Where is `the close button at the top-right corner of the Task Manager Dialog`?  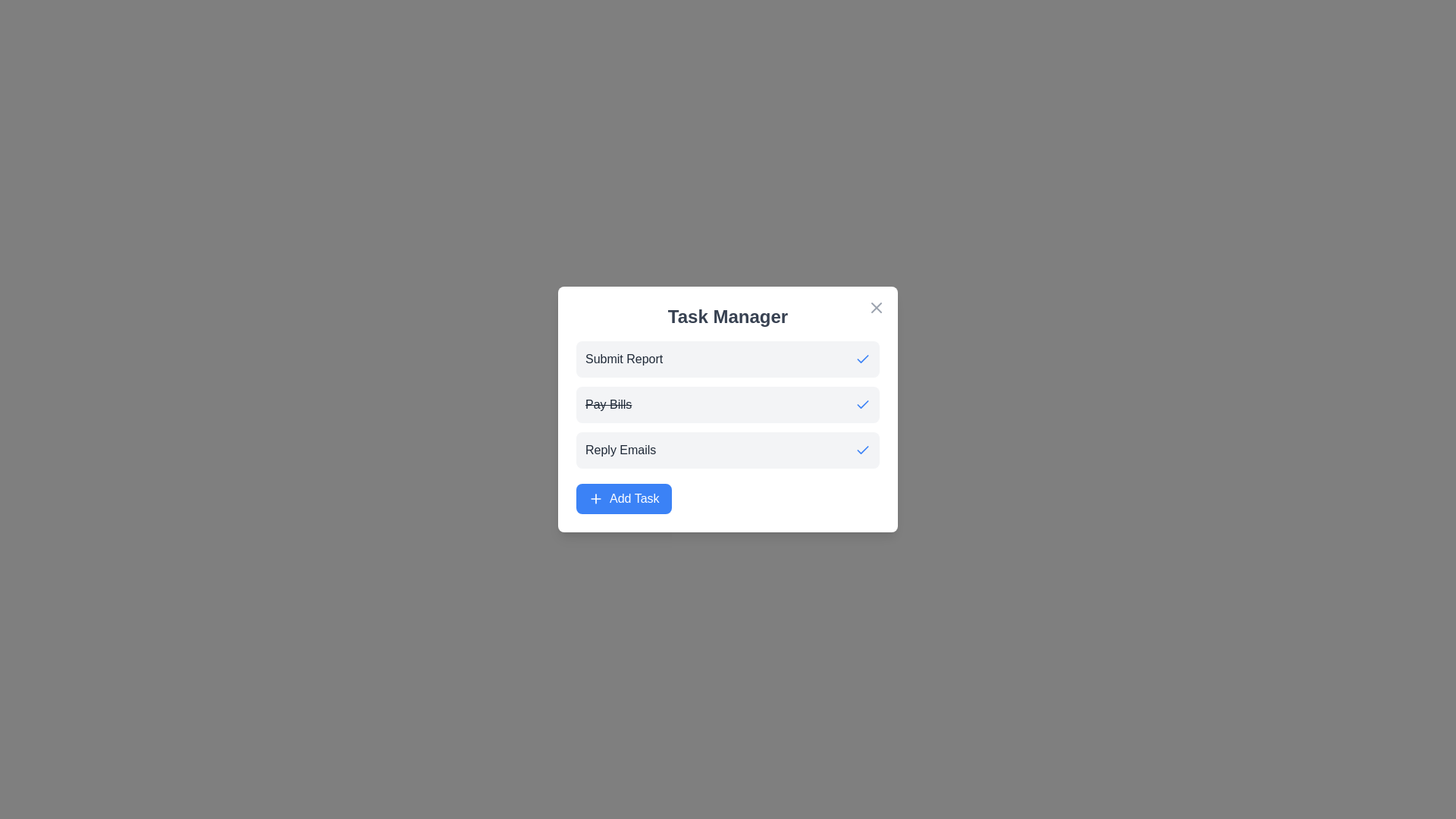
the close button at the top-right corner of the Task Manager Dialog is located at coordinates (877, 307).